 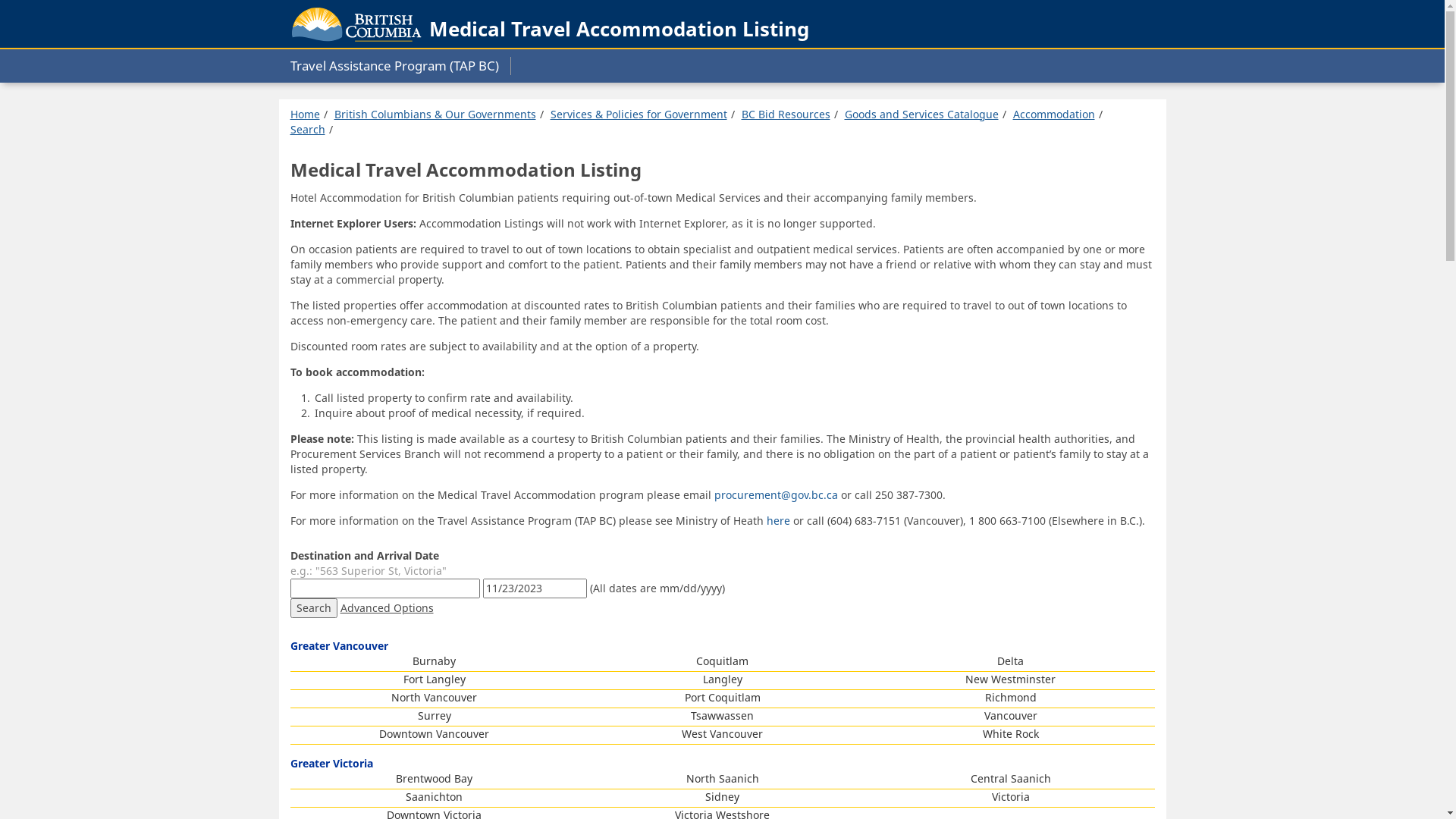 I want to click on 'here', so click(x=779, y=519).